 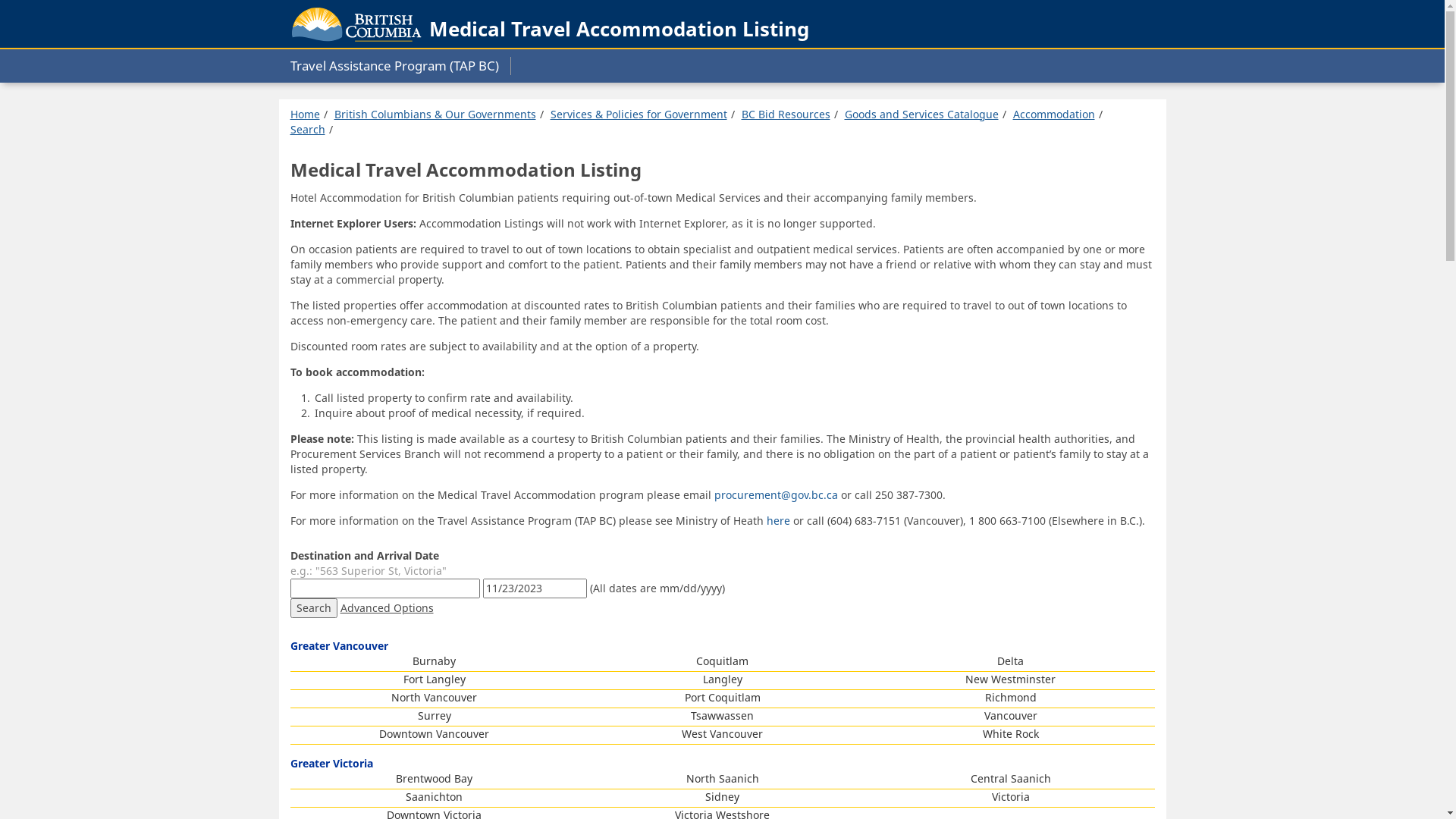 I want to click on 'here', so click(x=779, y=519).